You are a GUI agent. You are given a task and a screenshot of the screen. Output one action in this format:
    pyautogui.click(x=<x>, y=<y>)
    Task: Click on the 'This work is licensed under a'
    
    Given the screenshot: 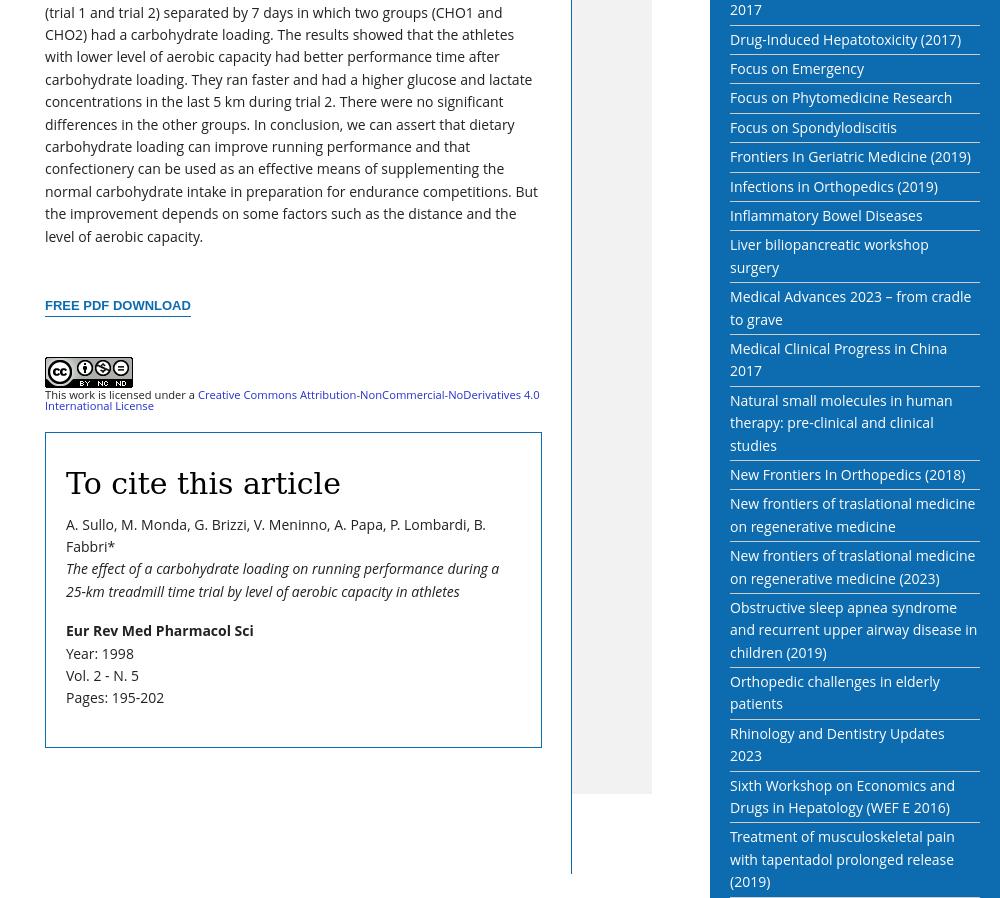 What is the action you would take?
    pyautogui.click(x=120, y=394)
    